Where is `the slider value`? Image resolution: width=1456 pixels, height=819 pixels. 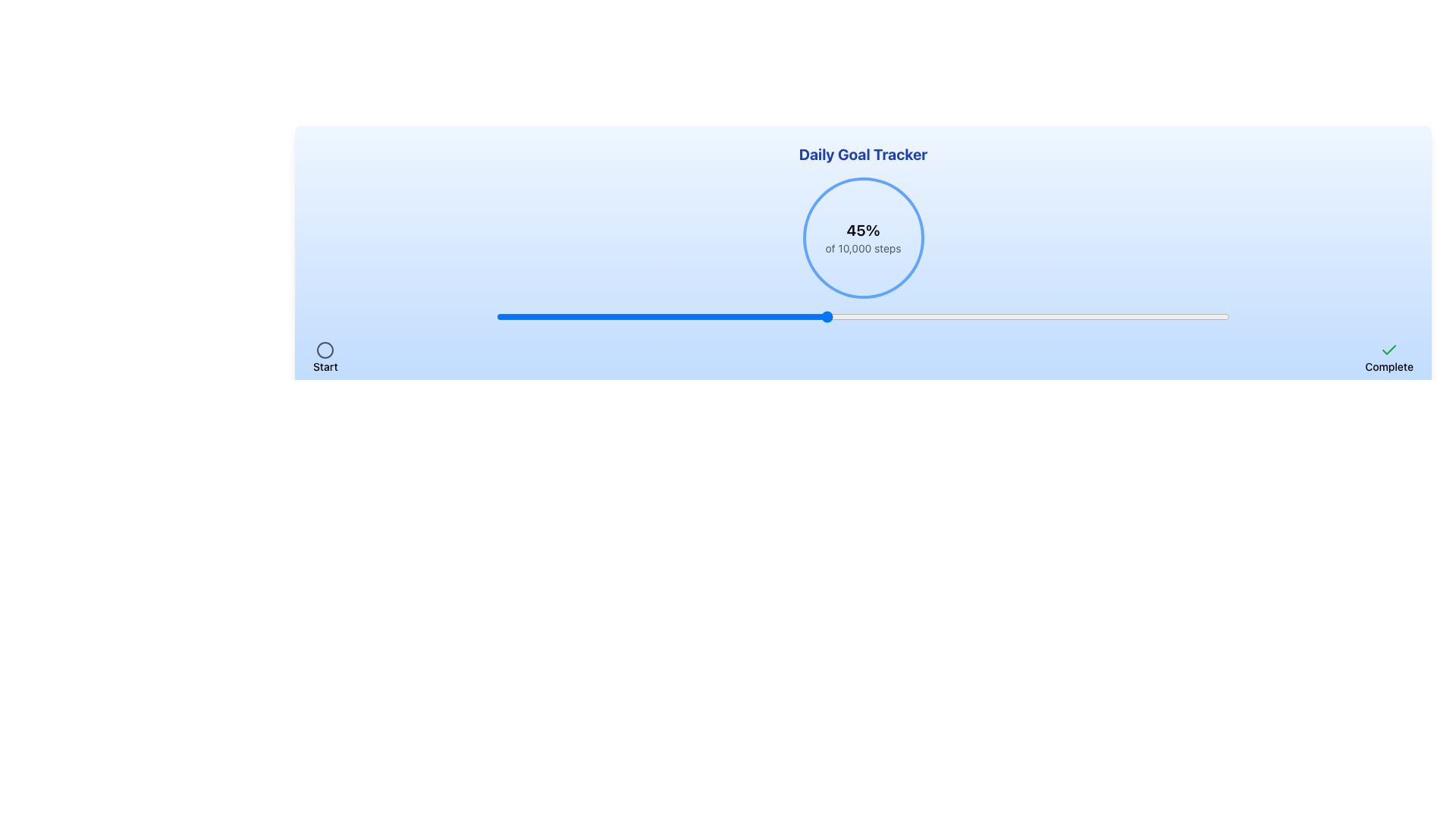 the slider value is located at coordinates (583, 315).